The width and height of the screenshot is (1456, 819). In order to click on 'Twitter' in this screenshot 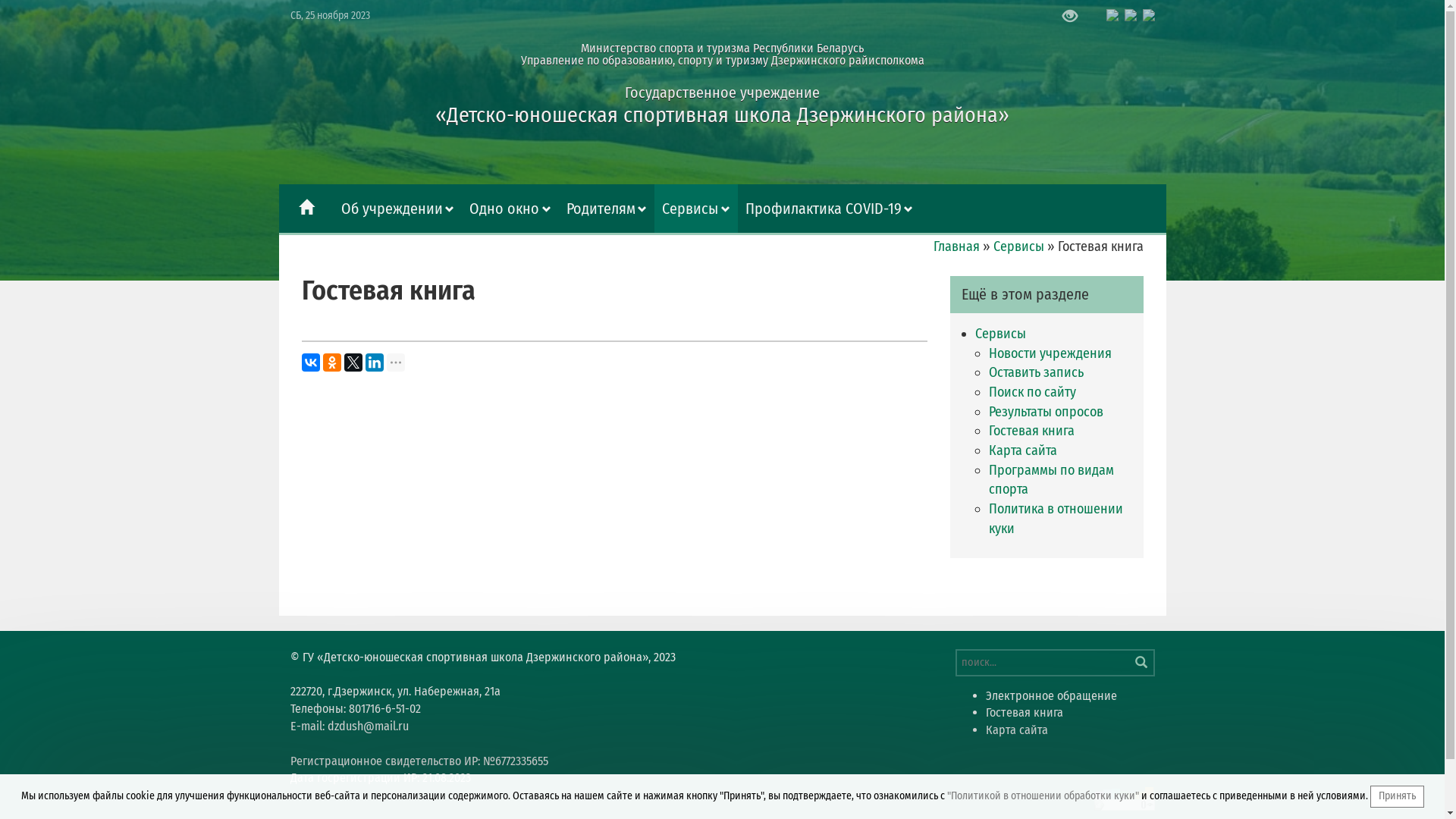, I will do `click(352, 362)`.